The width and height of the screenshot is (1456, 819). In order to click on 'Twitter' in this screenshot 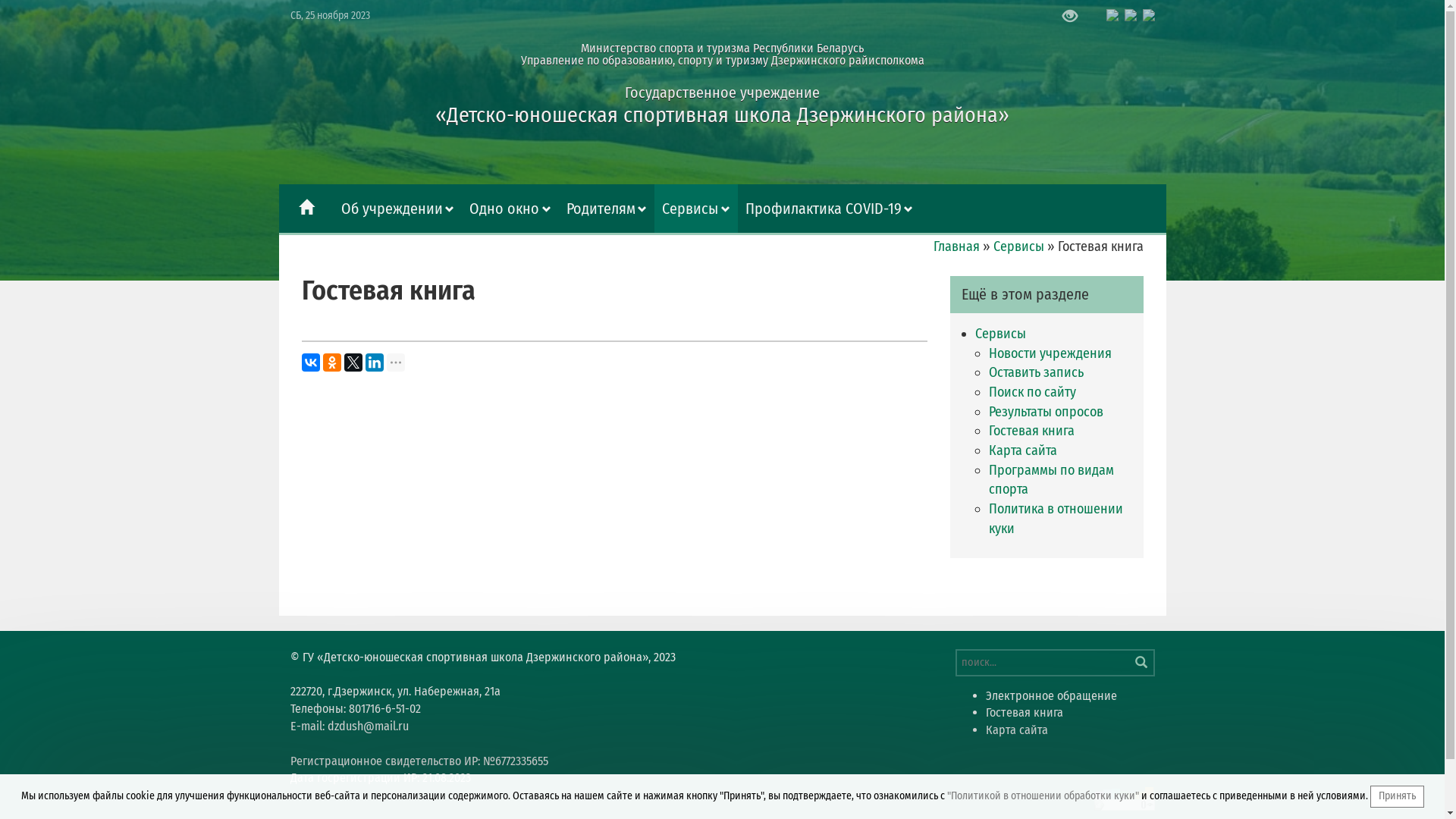, I will do `click(352, 362)`.